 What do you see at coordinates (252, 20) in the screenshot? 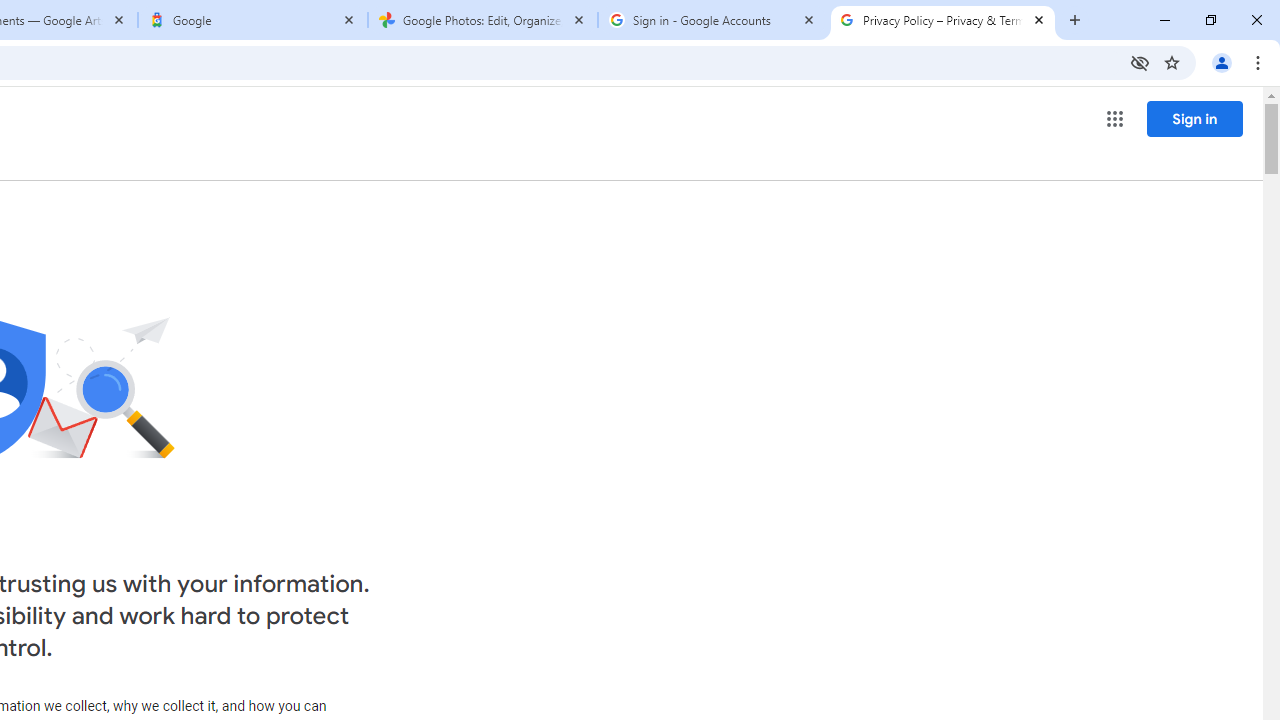
I see `'Google'` at bounding box center [252, 20].